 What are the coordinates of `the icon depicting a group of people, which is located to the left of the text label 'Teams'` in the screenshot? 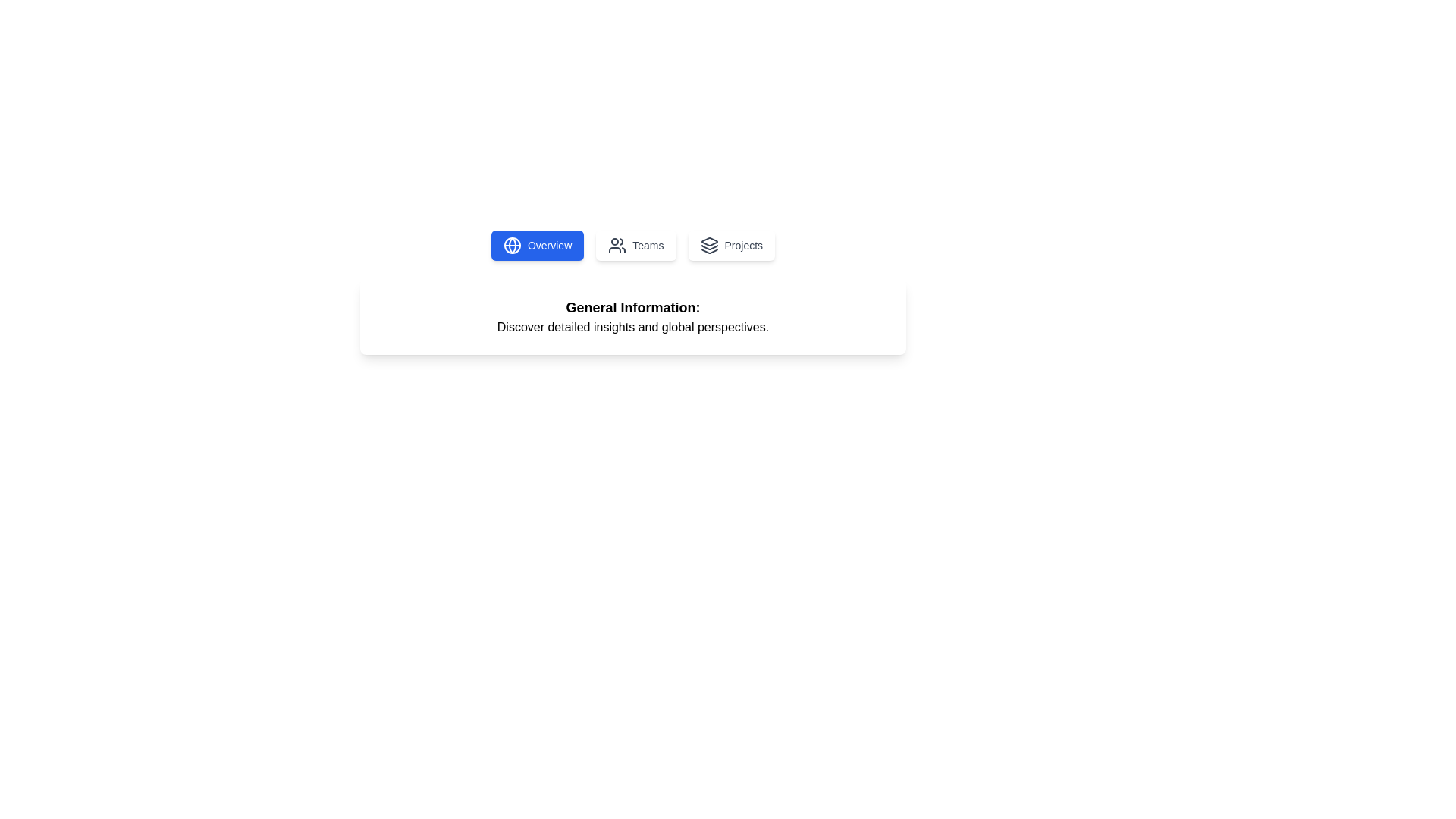 It's located at (617, 245).